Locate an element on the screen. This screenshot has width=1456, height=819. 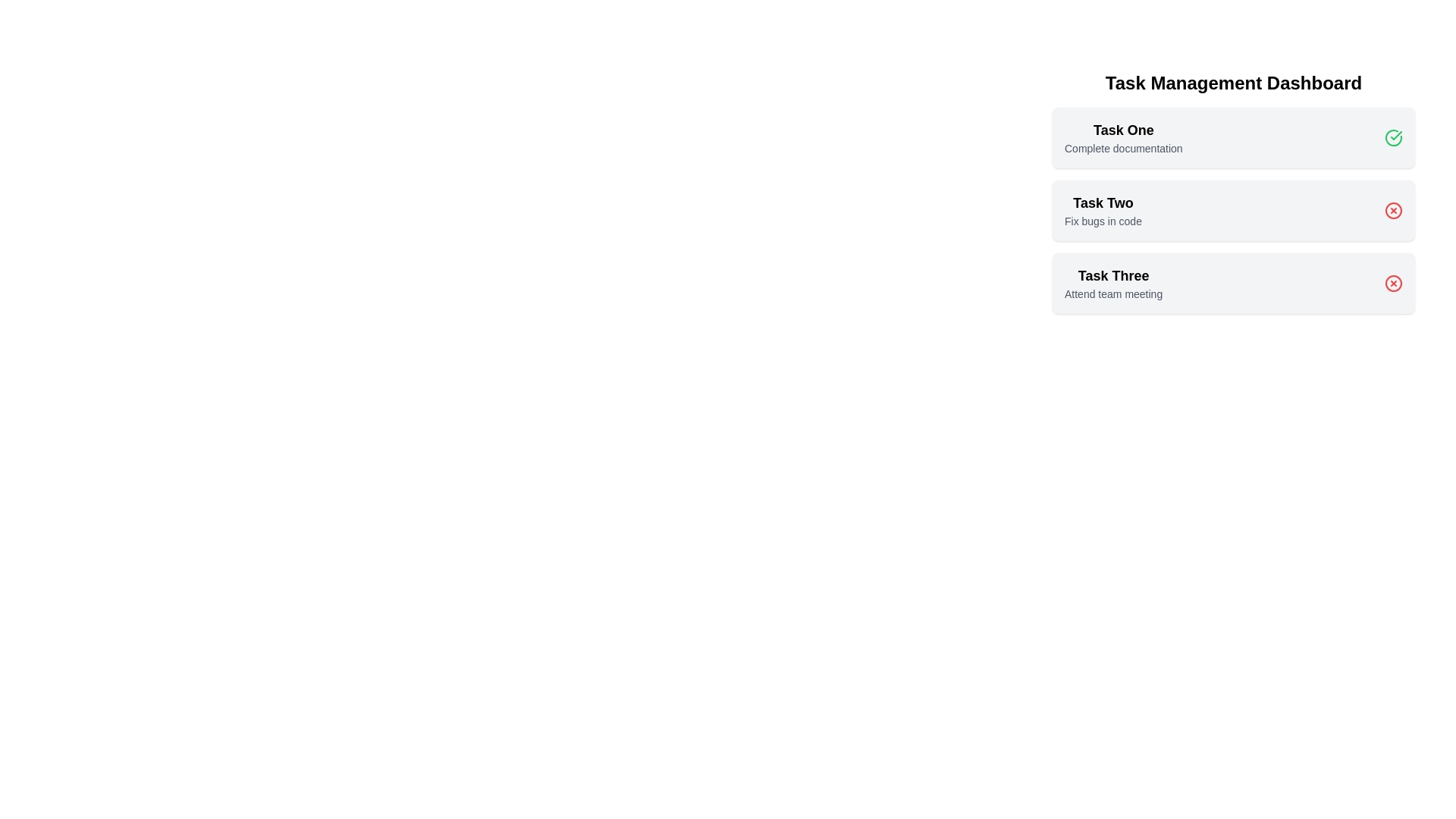
the task item Task Two to open its context menu is located at coordinates (1103, 210).